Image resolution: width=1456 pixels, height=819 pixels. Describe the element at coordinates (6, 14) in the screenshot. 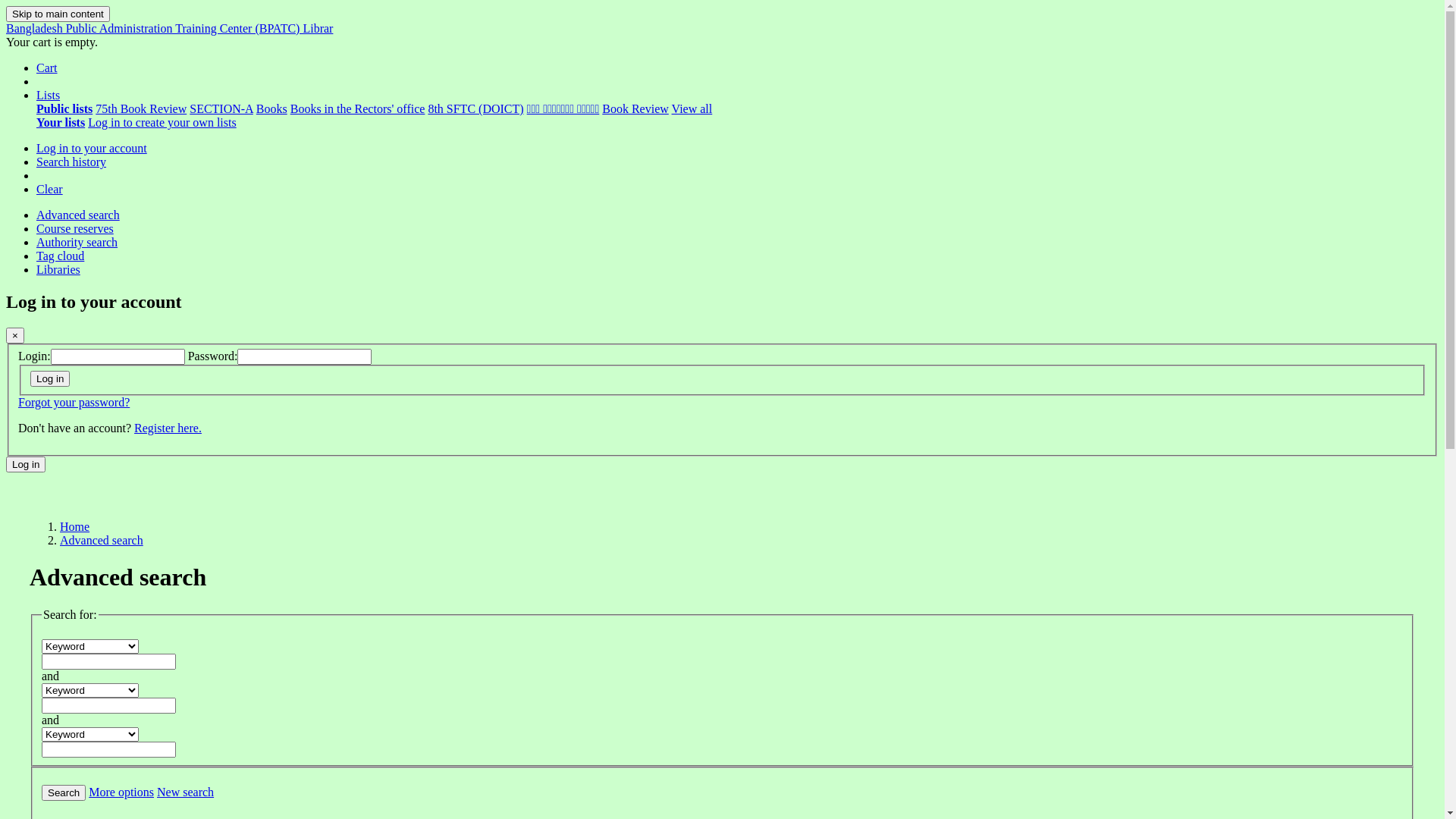

I see `'Skip to main content'` at that location.